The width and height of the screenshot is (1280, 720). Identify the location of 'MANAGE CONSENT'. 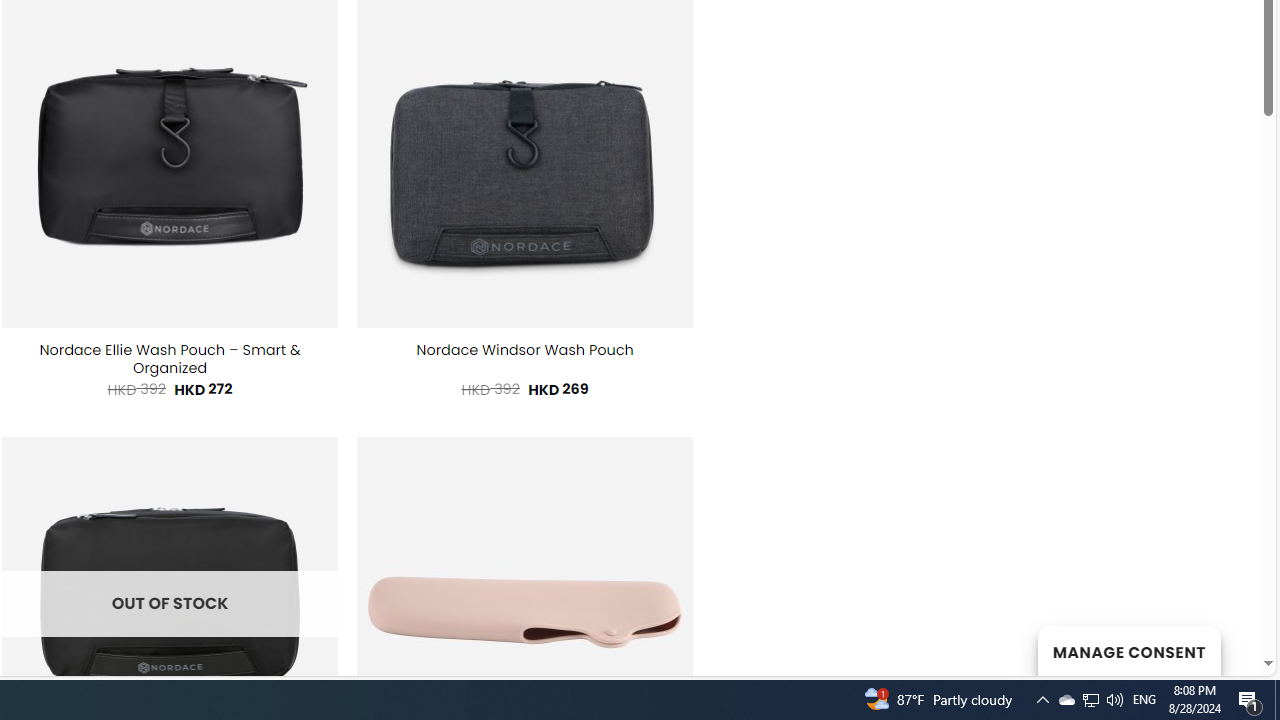
(1128, 650).